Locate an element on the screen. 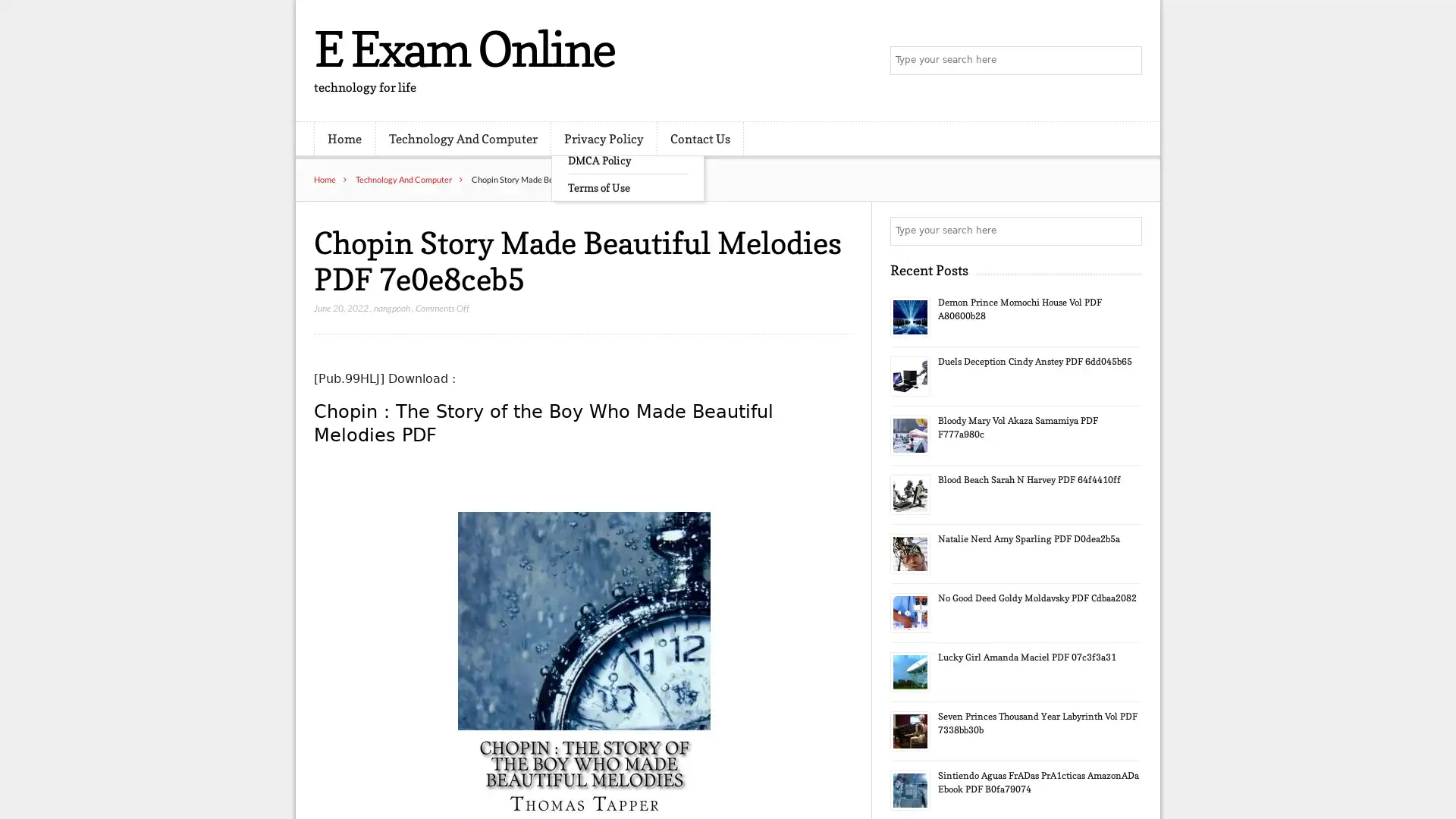 This screenshot has height=819, width=1456. Search is located at coordinates (1126, 61).